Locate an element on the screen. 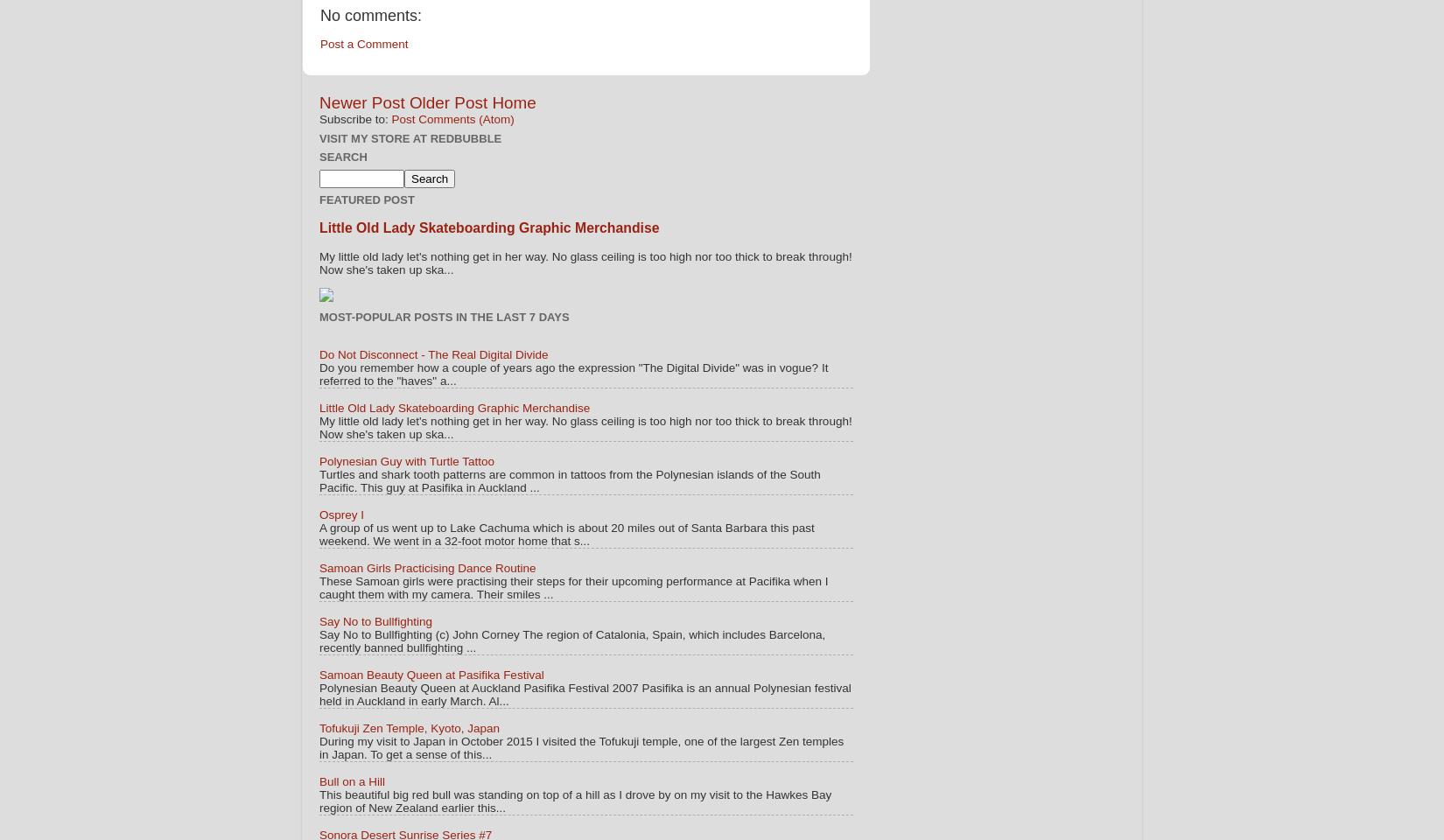  'Do Not Disconnect - The Real Digital Divide' is located at coordinates (319, 353).